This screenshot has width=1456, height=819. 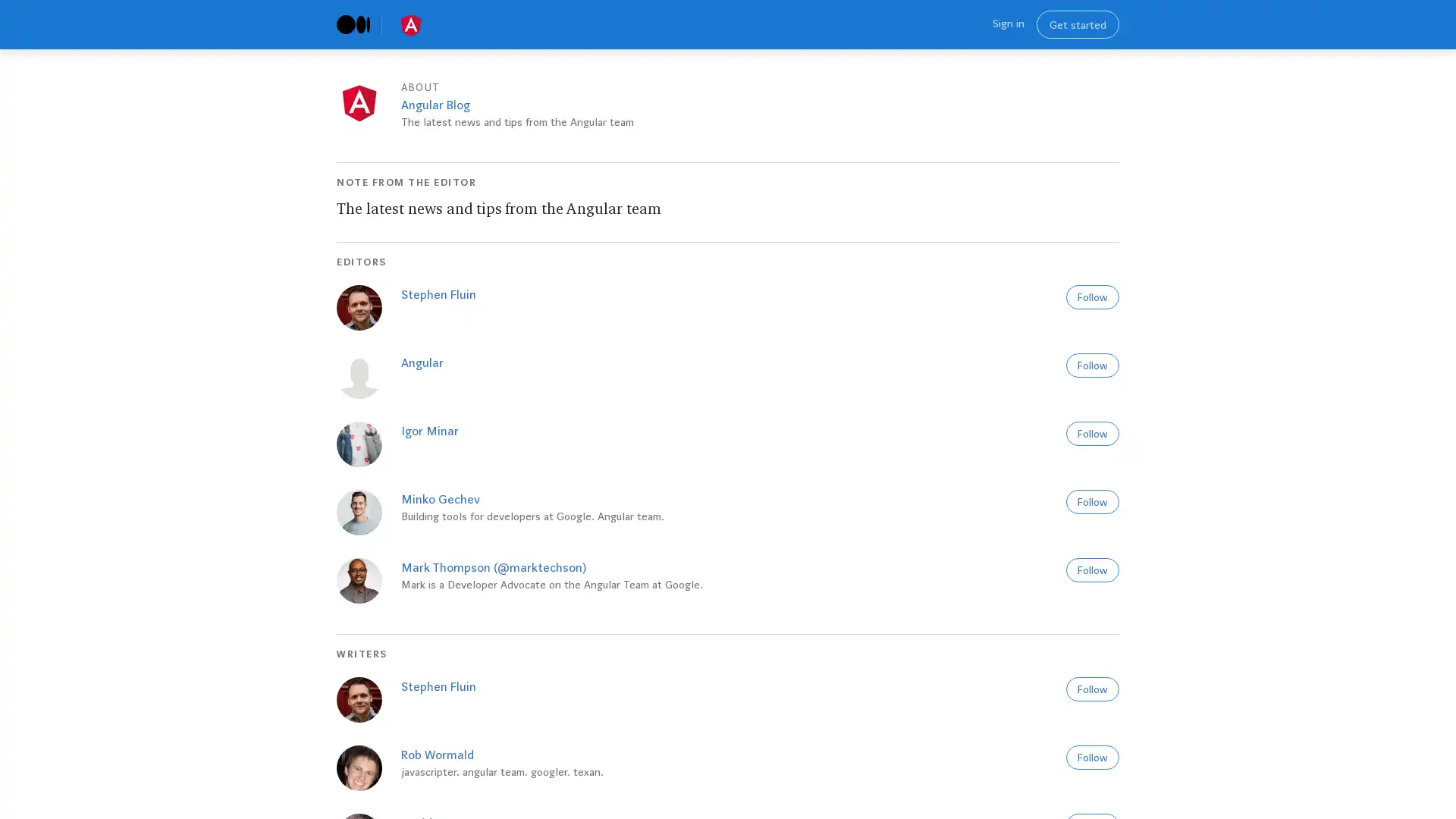 What do you see at coordinates (1092, 688) in the screenshot?
I see `Follow to get new stories and recommendations from this author` at bounding box center [1092, 688].